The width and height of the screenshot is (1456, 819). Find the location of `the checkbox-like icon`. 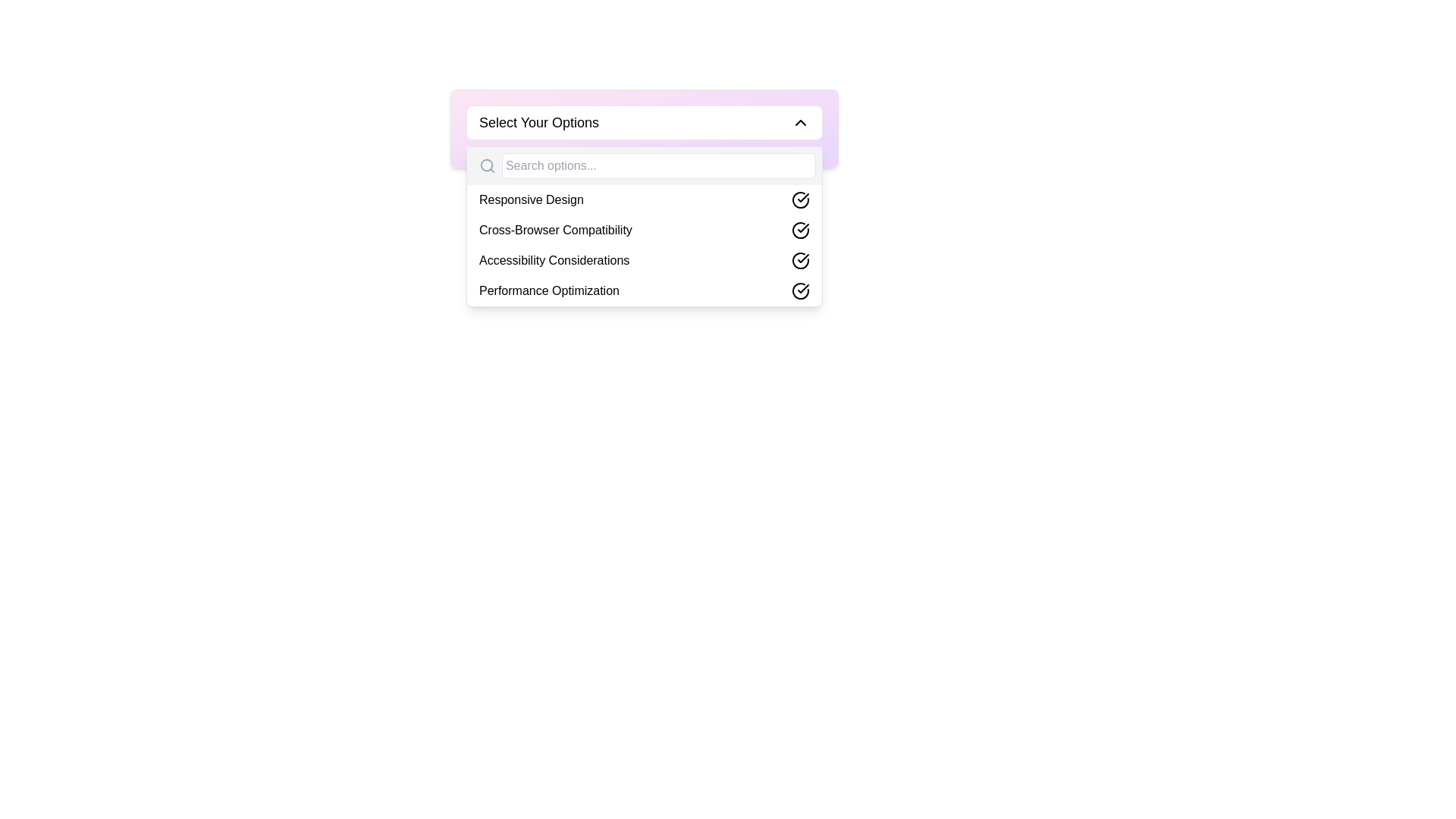

the checkbox-like icon is located at coordinates (800, 199).